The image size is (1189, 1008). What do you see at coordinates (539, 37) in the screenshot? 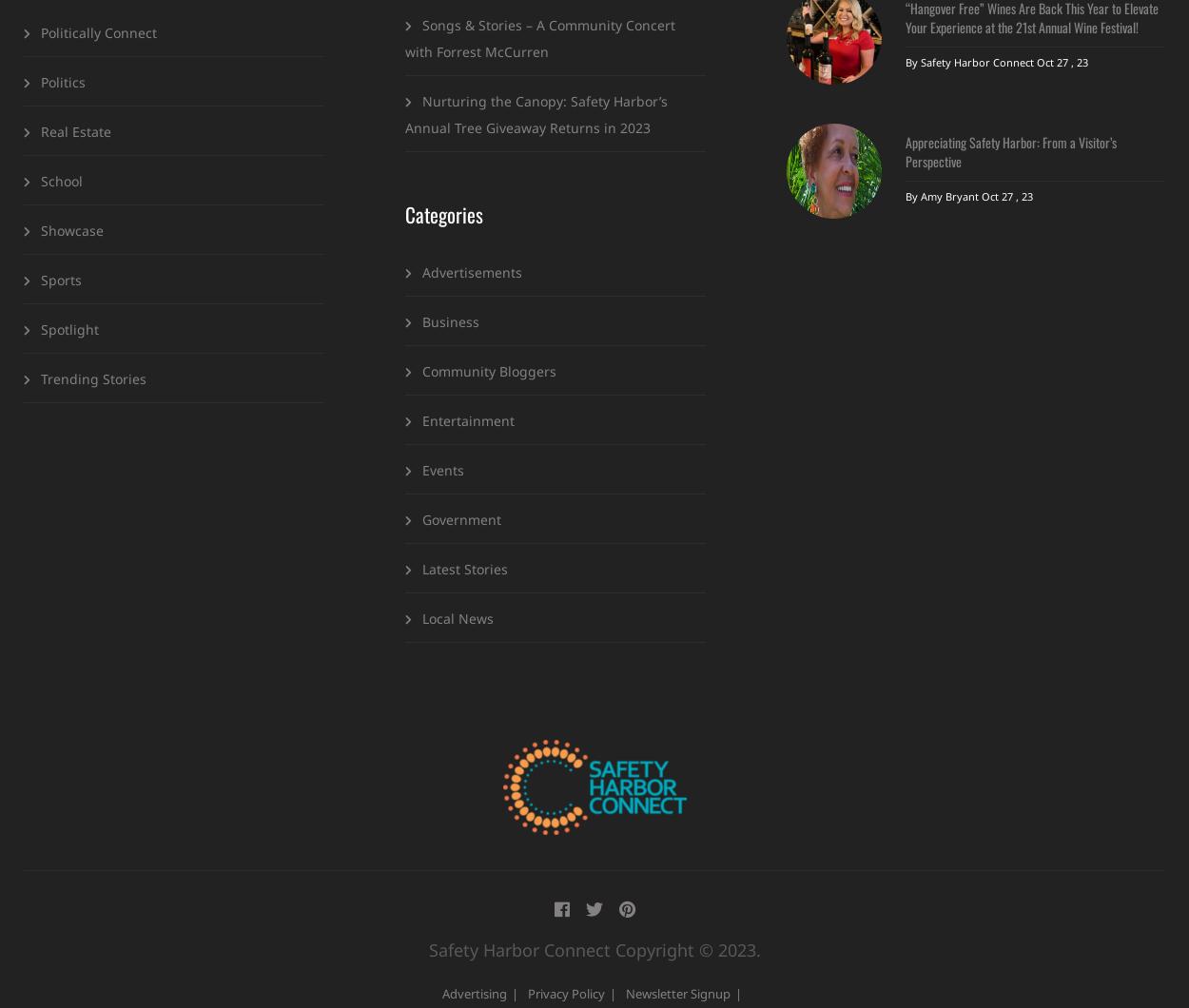
I see `'Songs & Stories – A Community Concert with Forrest McCurren'` at bounding box center [539, 37].